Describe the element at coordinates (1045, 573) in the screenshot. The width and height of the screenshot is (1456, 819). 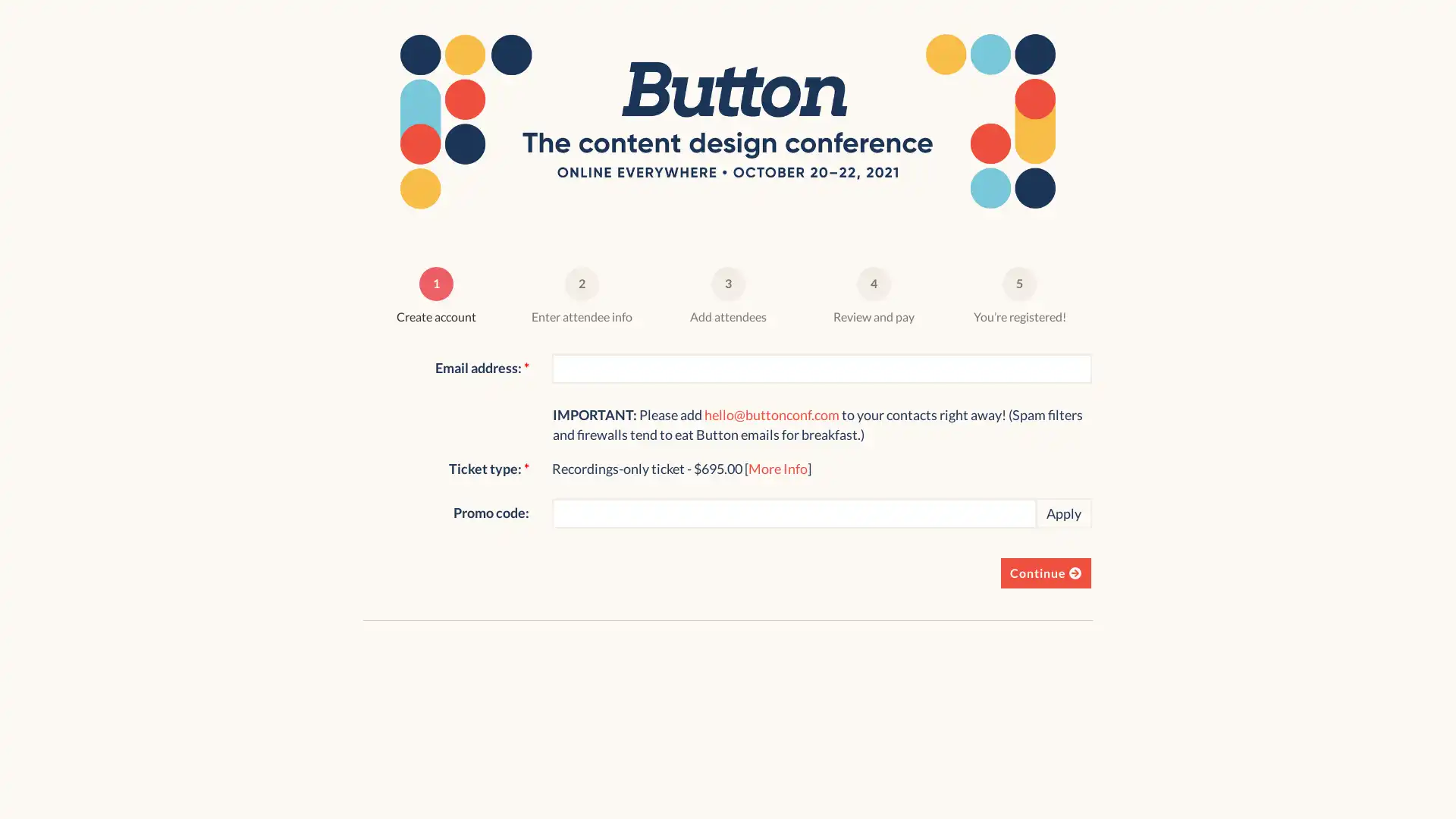
I see `Continue` at that location.